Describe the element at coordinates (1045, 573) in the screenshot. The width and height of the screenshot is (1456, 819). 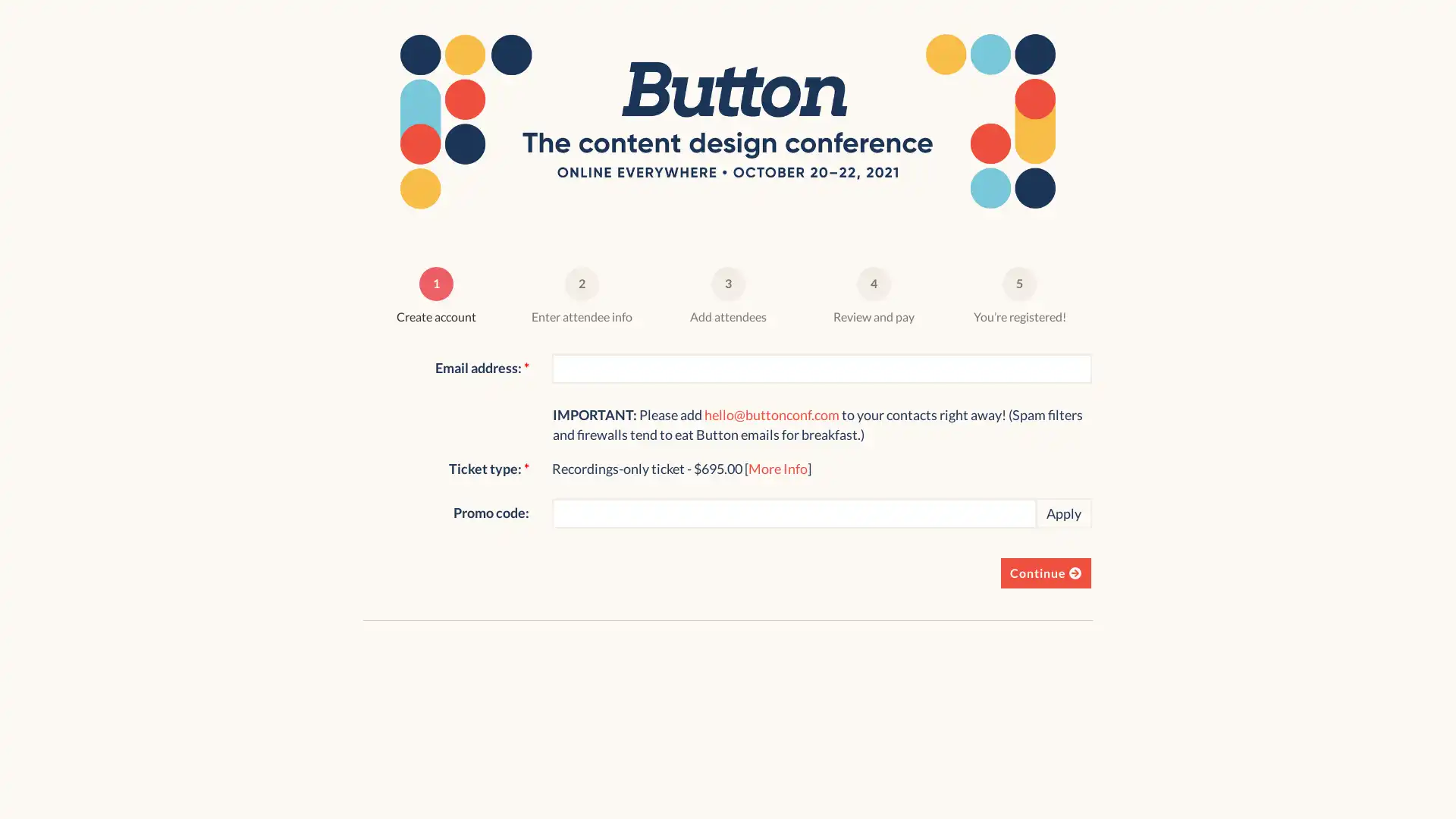
I see `Continue` at that location.